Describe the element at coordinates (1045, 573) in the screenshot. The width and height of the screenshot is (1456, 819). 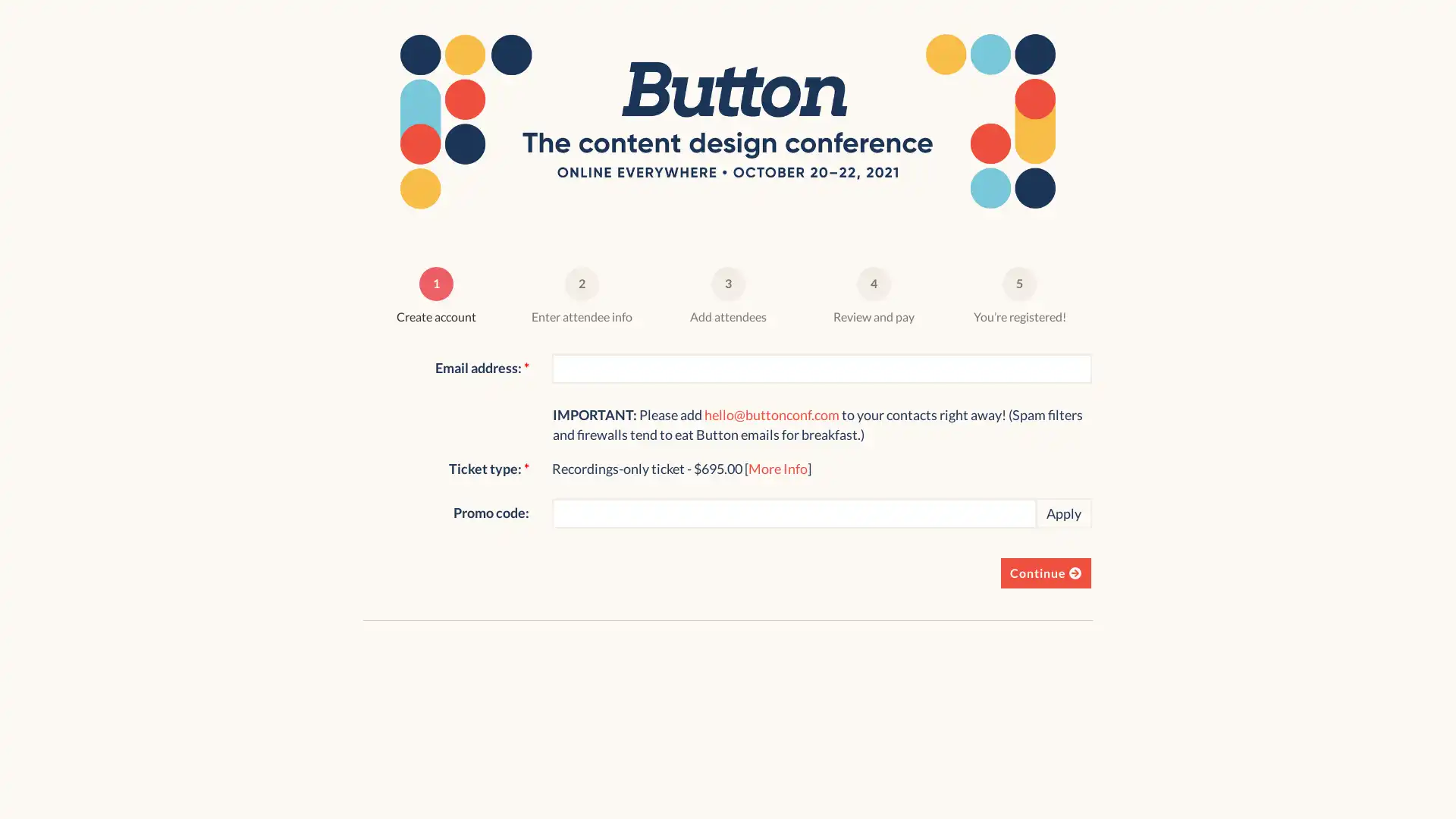
I see `Continue` at that location.